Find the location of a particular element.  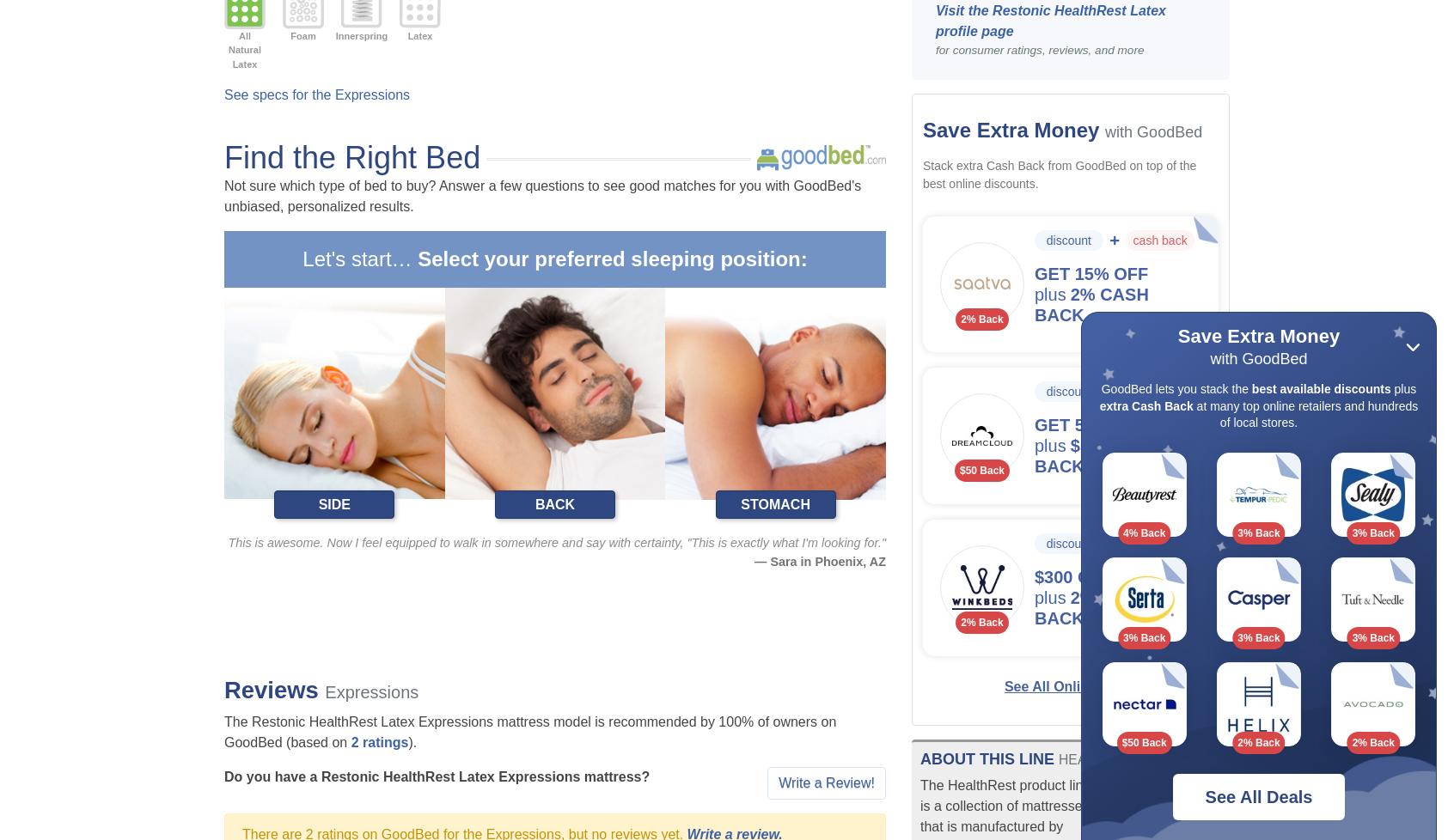

'Expressions' is located at coordinates (324, 691).